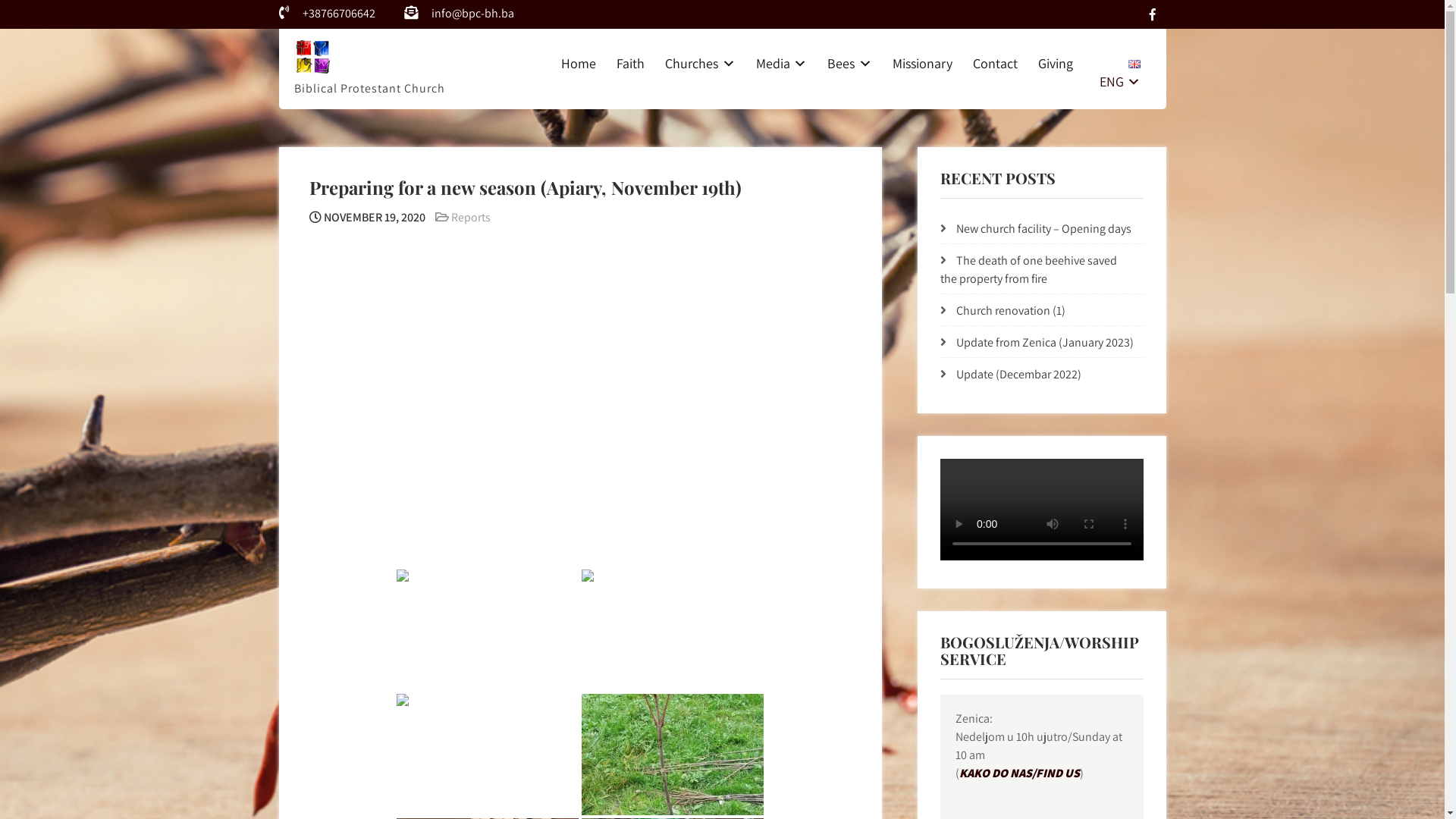 The width and height of the screenshot is (1456, 819). Describe the element at coordinates (1018, 374) in the screenshot. I see `'Update (Decembar 2022)'` at that location.